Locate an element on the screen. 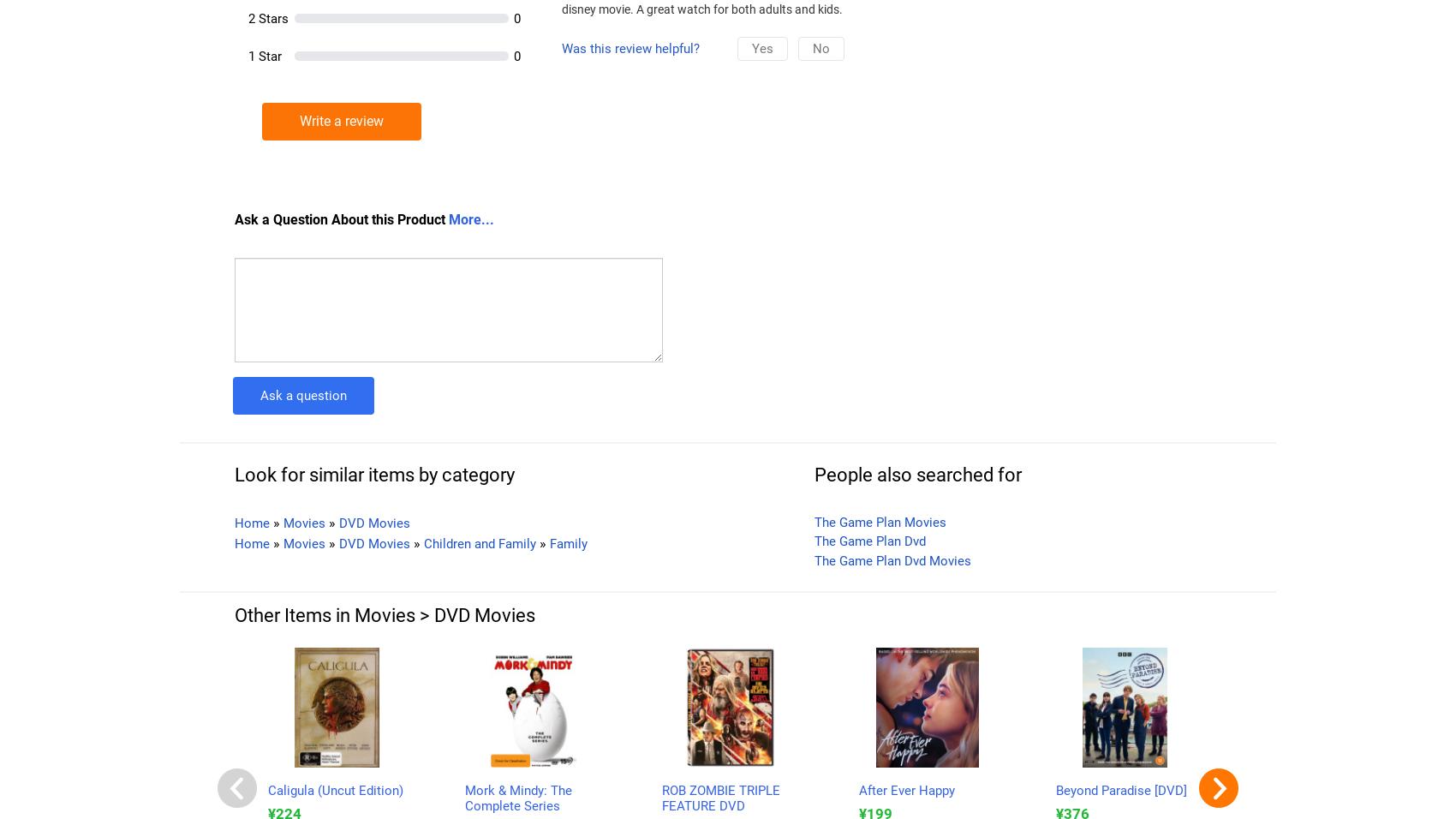 This screenshot has height=819, width=1456. 'No' is located at coordinates (820, 47).